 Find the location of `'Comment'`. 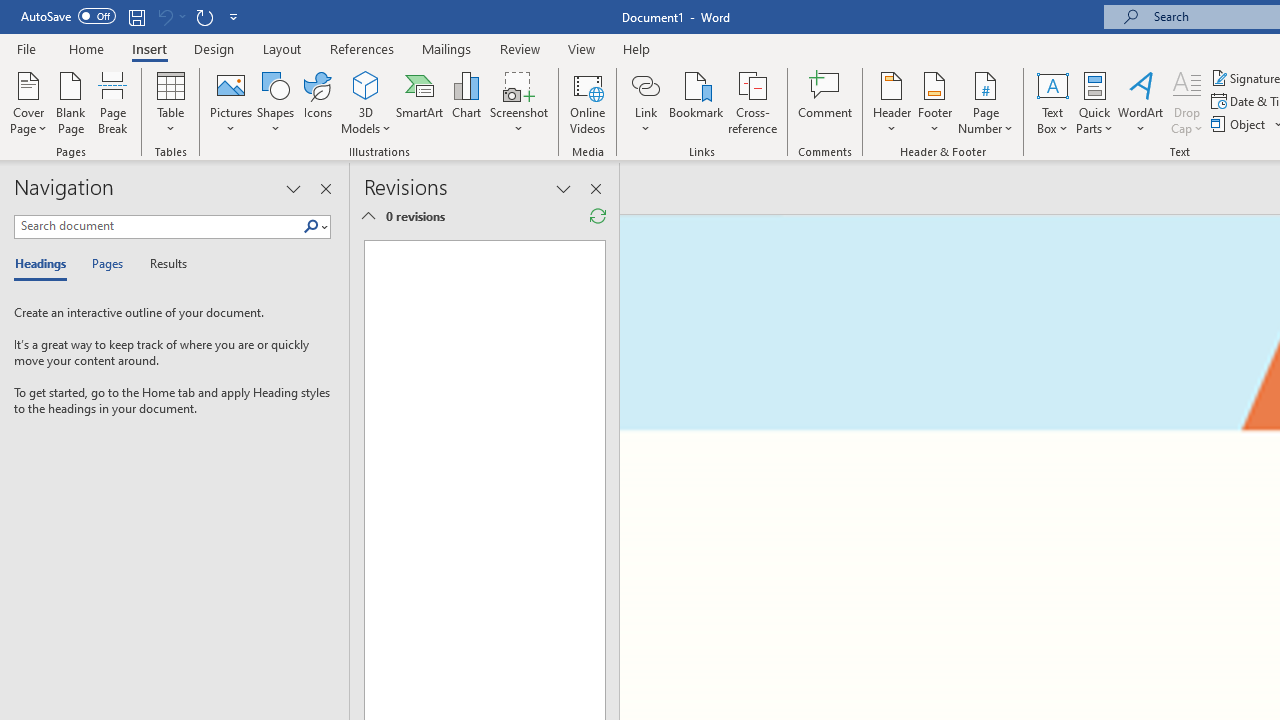

'Comment' is located at coordinates (825, 103).